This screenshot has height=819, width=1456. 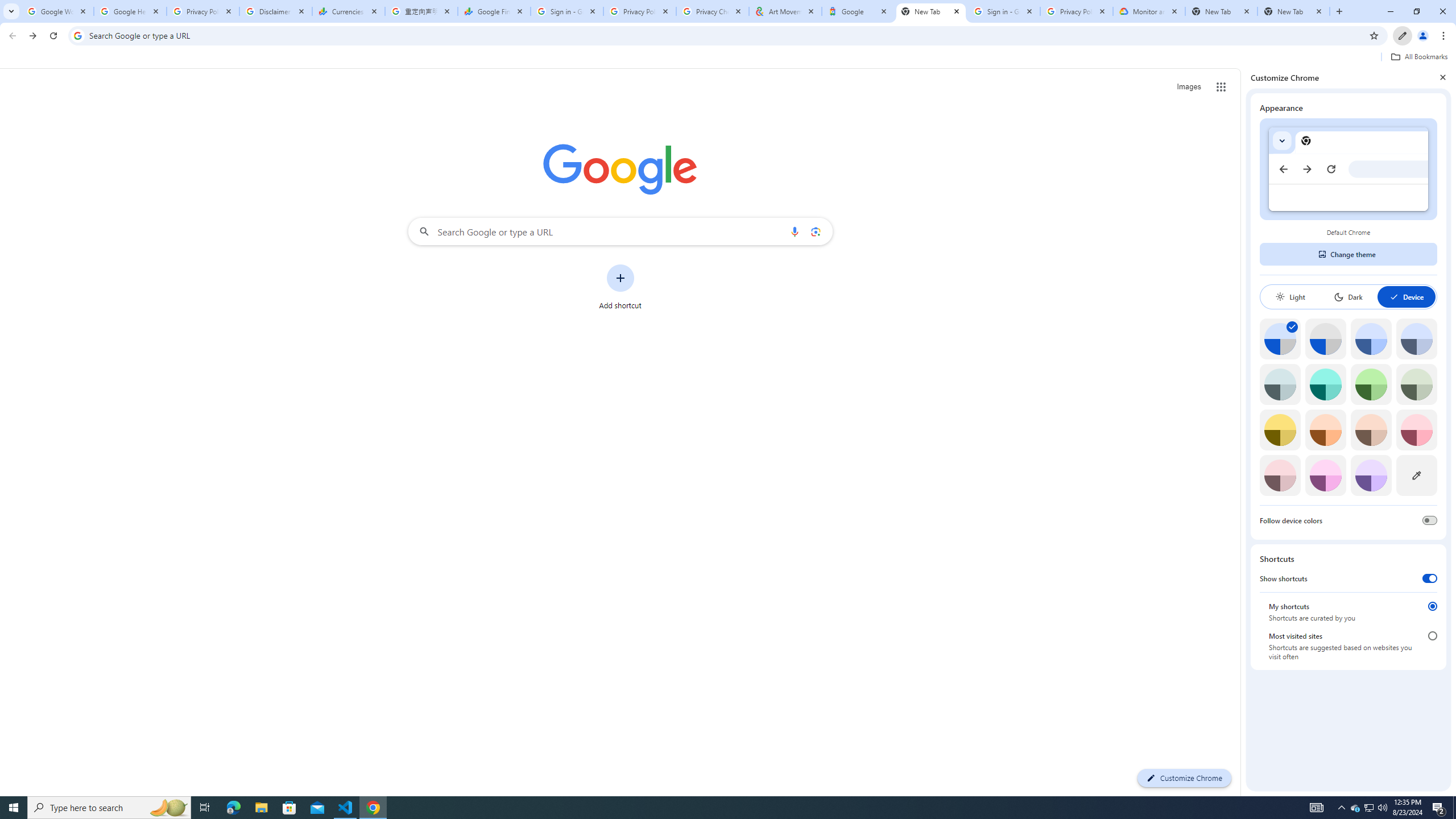 What do you see at coordinates (1405, 296) in the screenshot?
I see `'Device'` at bounding box center [1405, 296].